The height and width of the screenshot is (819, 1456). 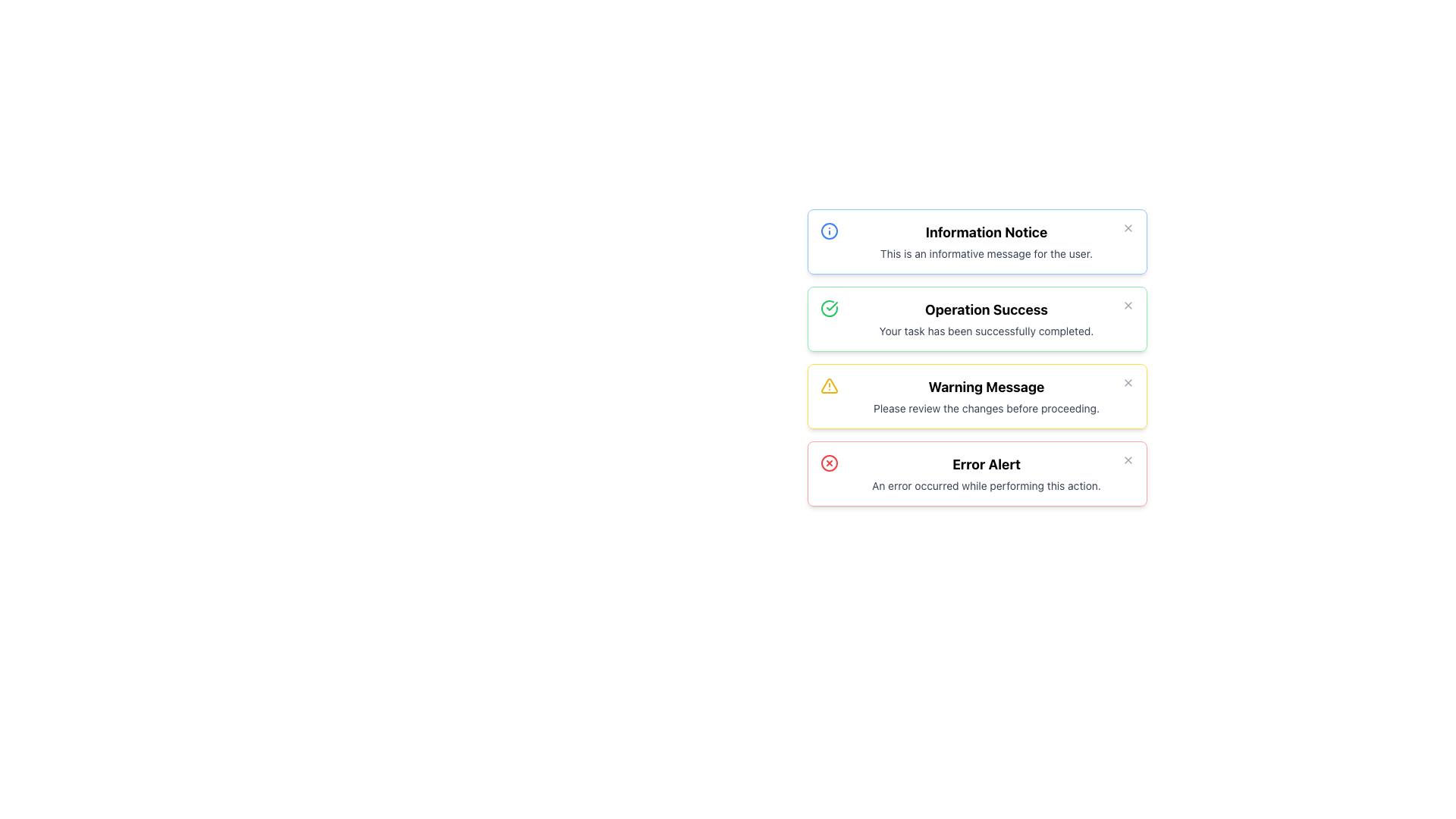 I want to click on the button resembling a small cross (X) styled in light gray, located at the top-right corner of the success message card, to change its color, so click(x=1128, y=305).